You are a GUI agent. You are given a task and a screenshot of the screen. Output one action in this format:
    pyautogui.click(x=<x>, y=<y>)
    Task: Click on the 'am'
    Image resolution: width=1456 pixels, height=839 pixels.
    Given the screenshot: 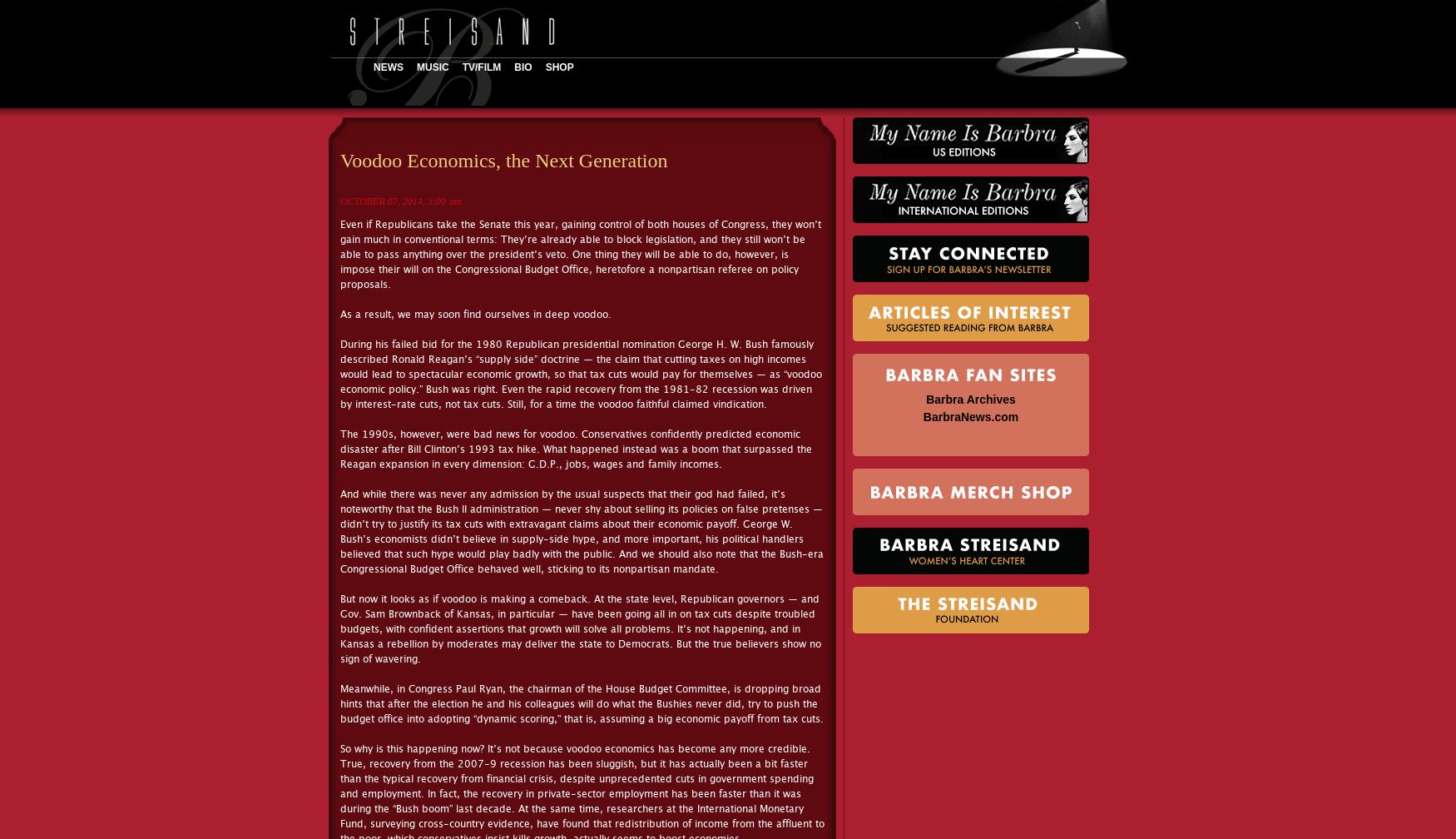 What is the action you would take?
    pyautogui.click(x=453, y=201)
    